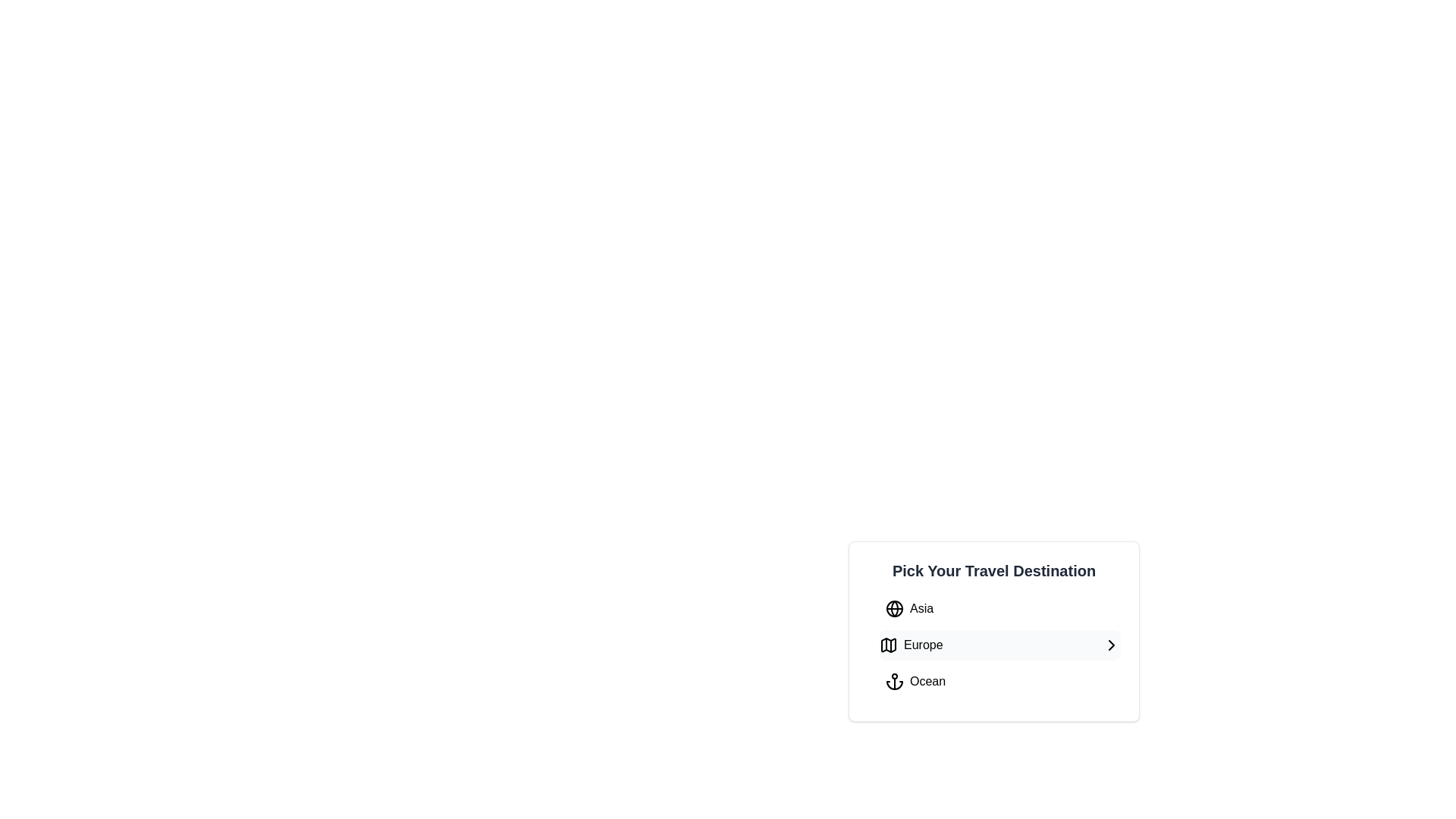  What do you see at coordinates (927, 680) in the screenshot?
I see `text label 'Ocean' which is the third item in the vertical list beneath the heading 'Pick Your Travel Destination.'` at bounding box center [927, 680].